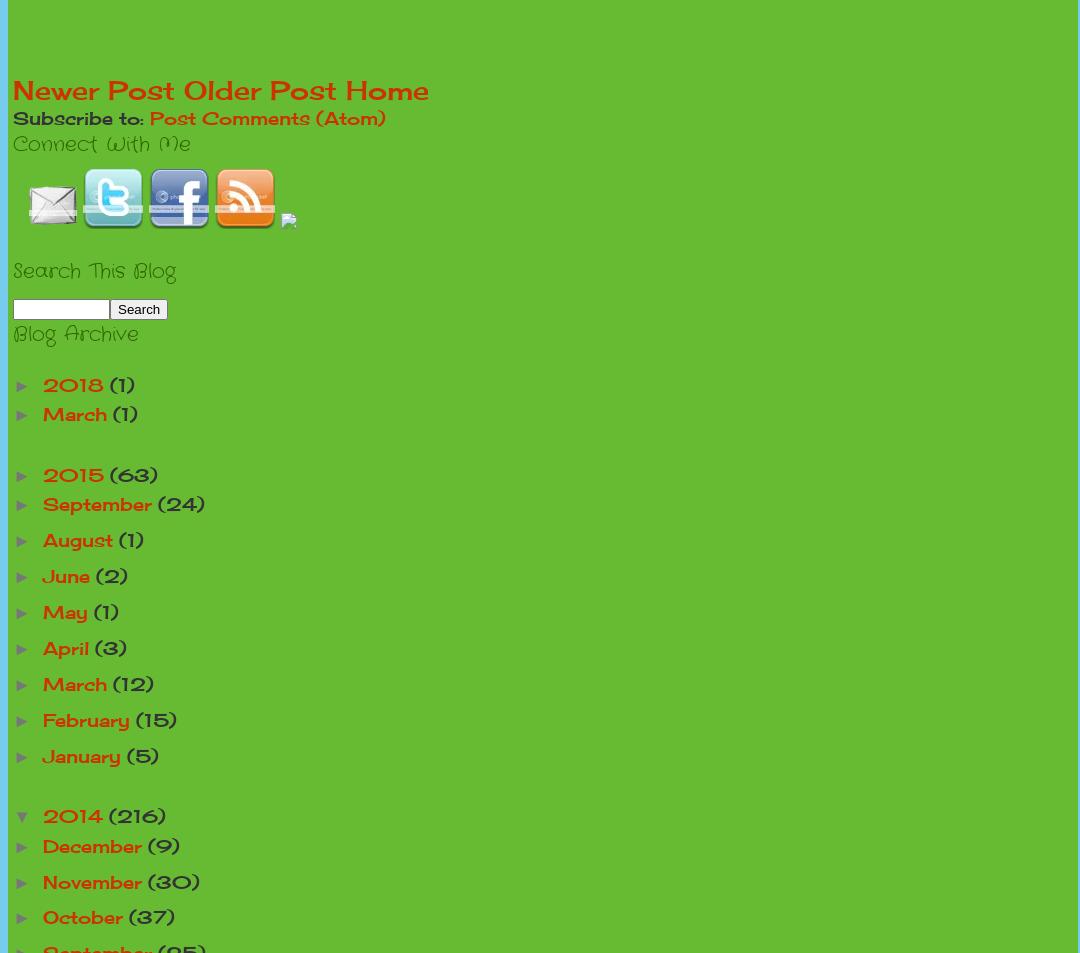 This screenshot has width=1080, height=953. Describe the element at coordinates (133, 683) in the screenshot. I see `'(12)'` at that location.